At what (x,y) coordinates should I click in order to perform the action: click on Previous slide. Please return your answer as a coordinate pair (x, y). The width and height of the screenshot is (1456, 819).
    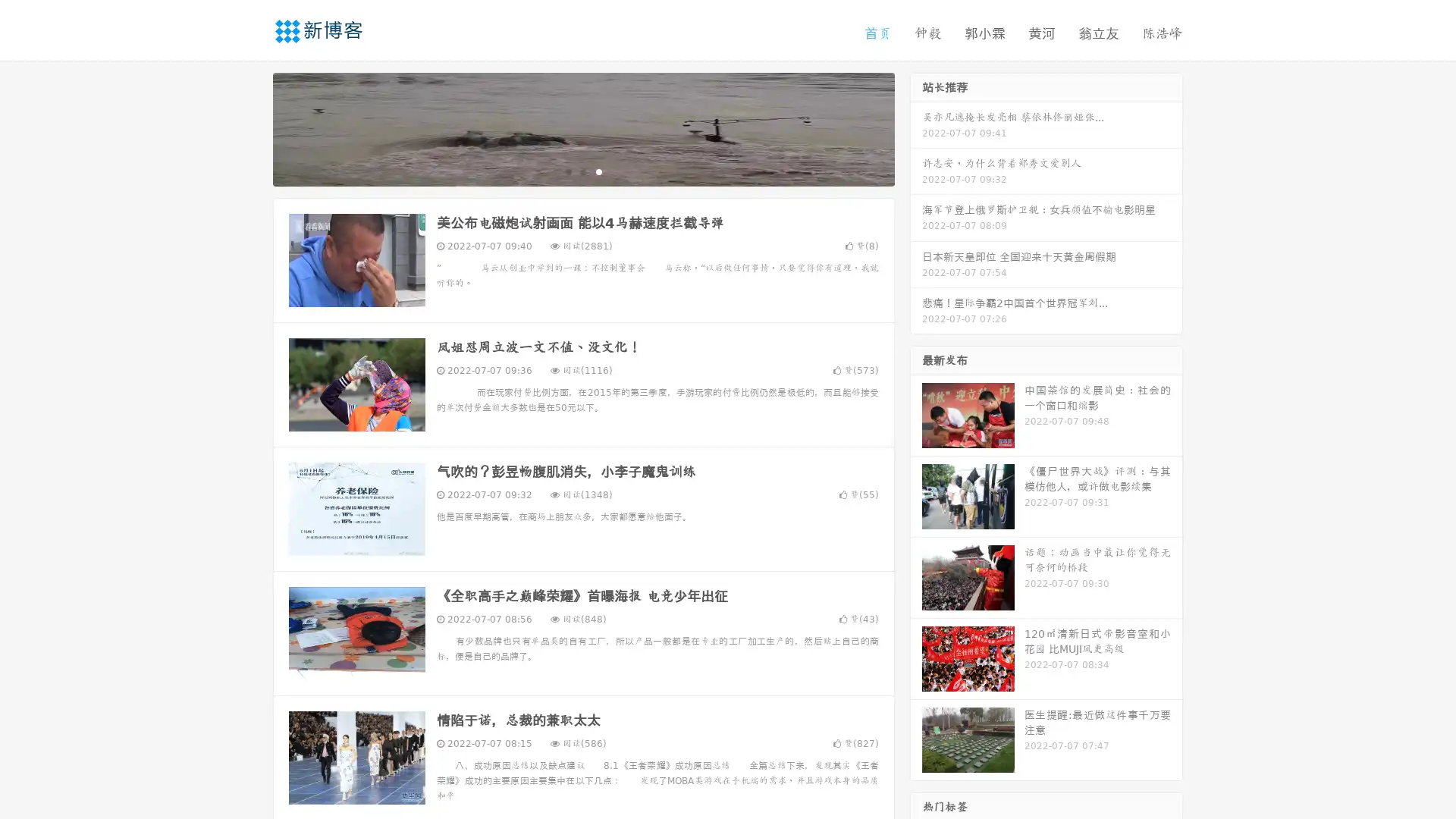
    Looking at the image, I should click on (250, 127).